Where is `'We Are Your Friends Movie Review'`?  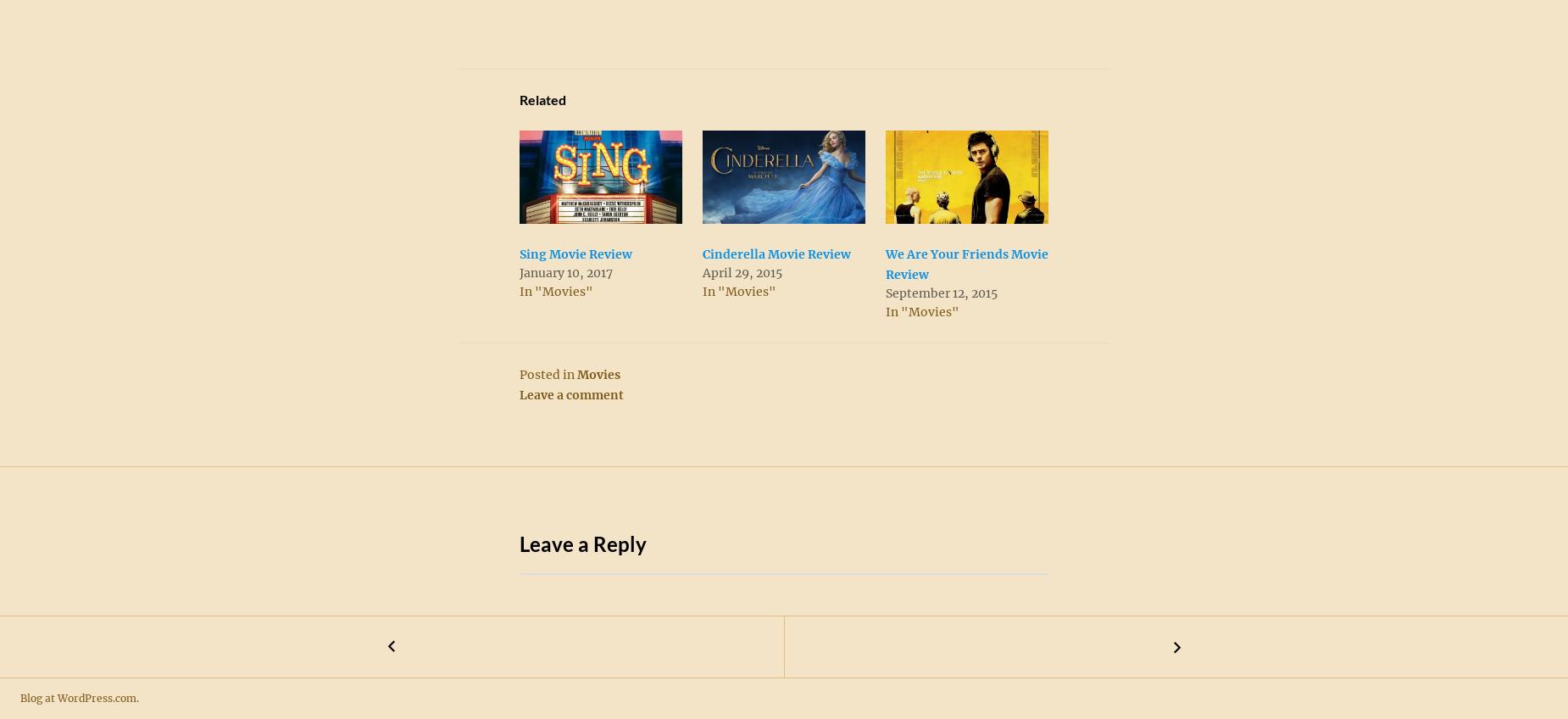
'We Are Your Friends Movie Review' is located at coordinates (966, 264).